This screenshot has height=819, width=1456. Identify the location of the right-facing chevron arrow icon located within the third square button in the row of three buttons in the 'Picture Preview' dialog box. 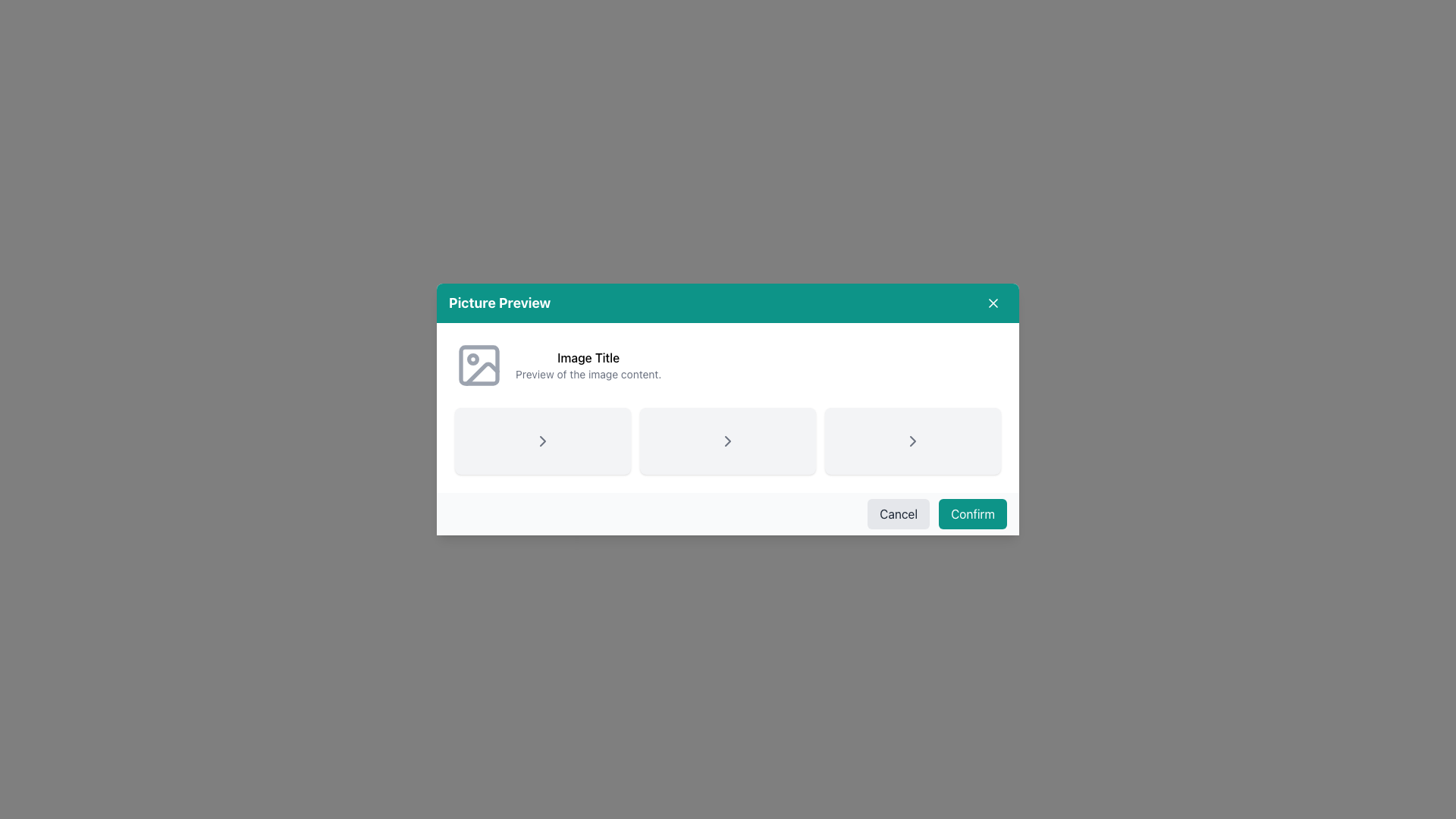
(912, 441).